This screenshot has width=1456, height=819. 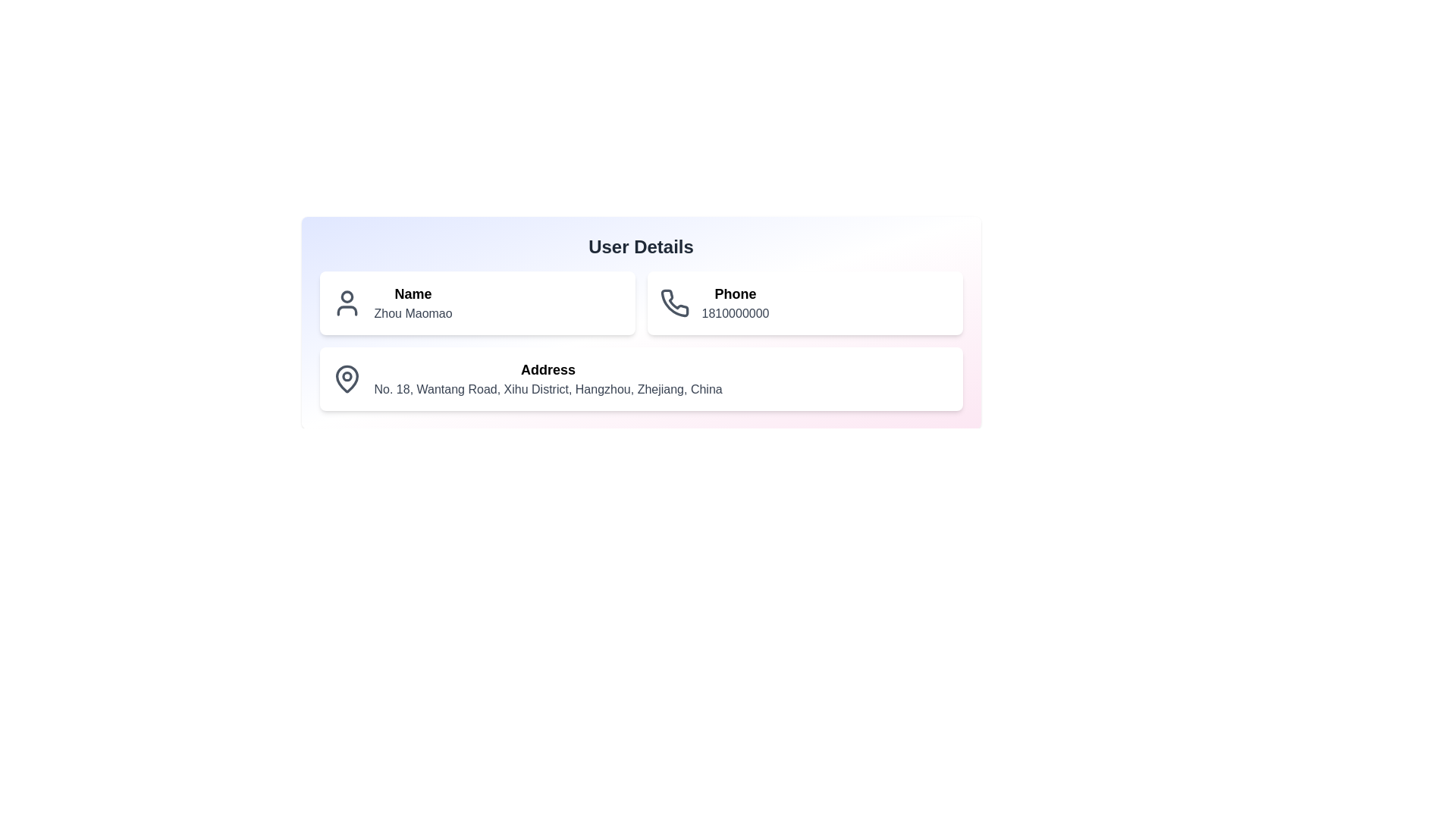 I want to click on the Text header positioned at the top center of the main content area, which serves as the title for the user information section, so click(x=641, y=246).